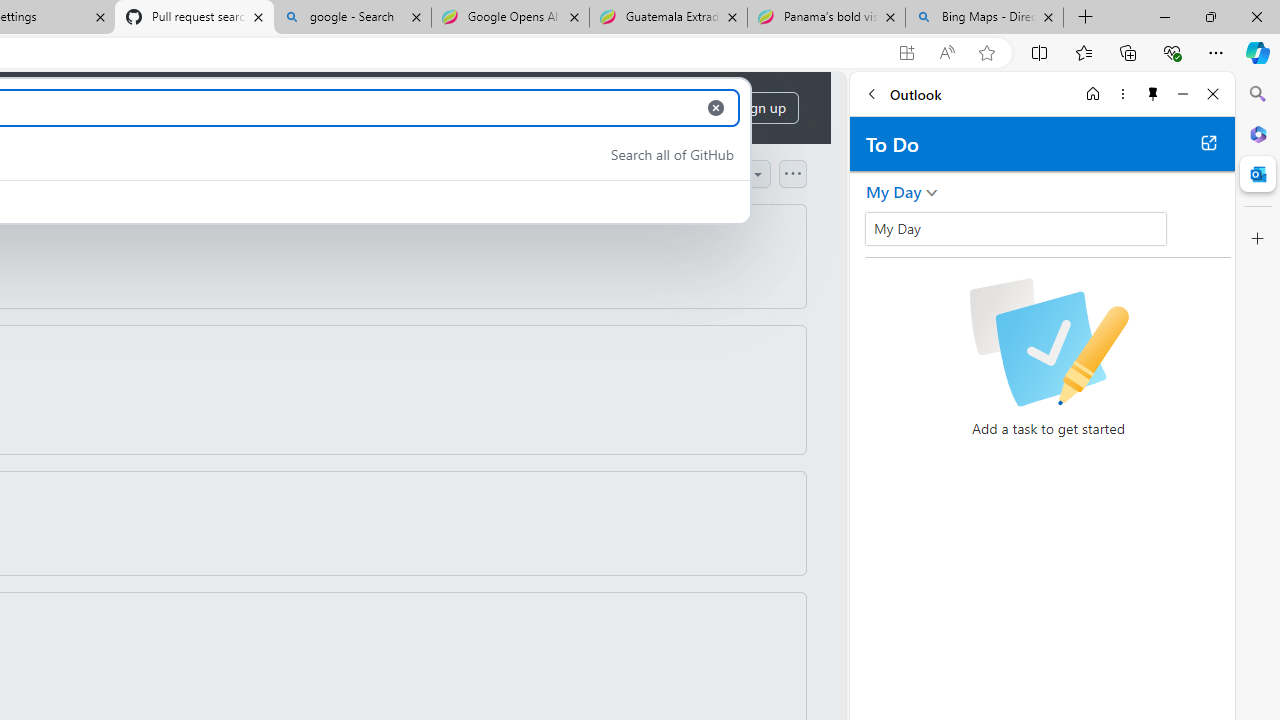 The height and width of the screenshot is (720, 1280). I want to click on 'Sign in', so click(680, 108).